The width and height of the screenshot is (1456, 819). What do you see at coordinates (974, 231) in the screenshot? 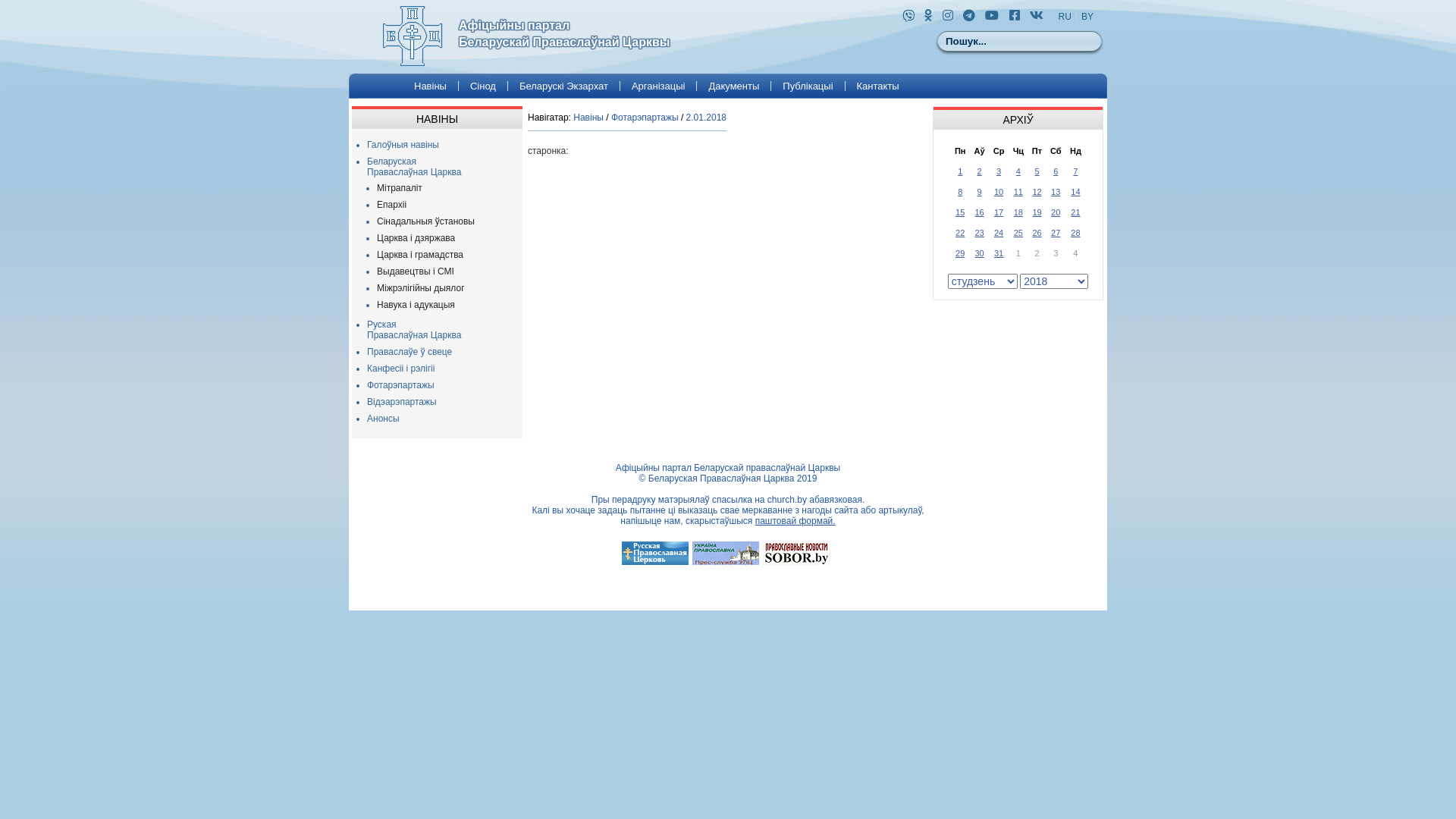
I see `'23'` at bounding box center [974, 231].